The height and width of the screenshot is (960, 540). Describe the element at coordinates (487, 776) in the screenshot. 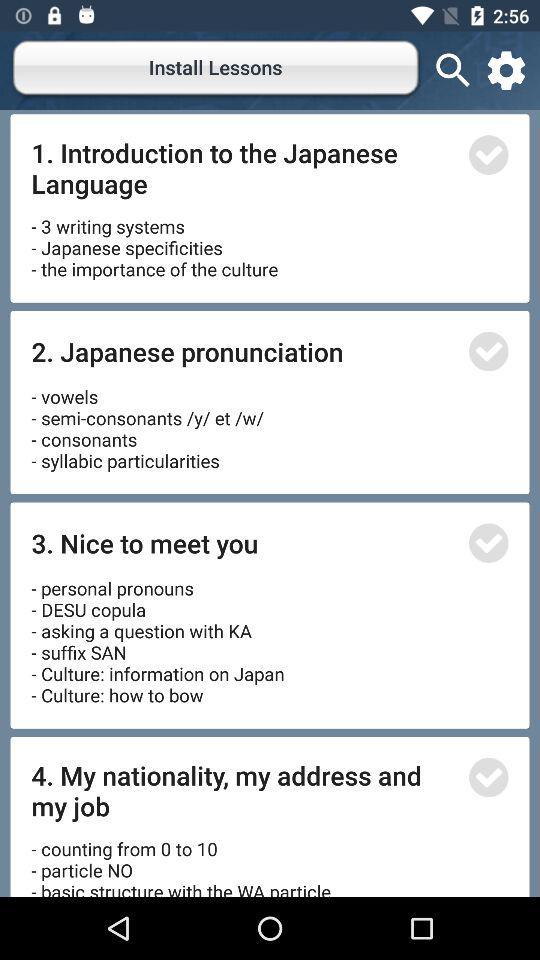

I see `option` at that location.